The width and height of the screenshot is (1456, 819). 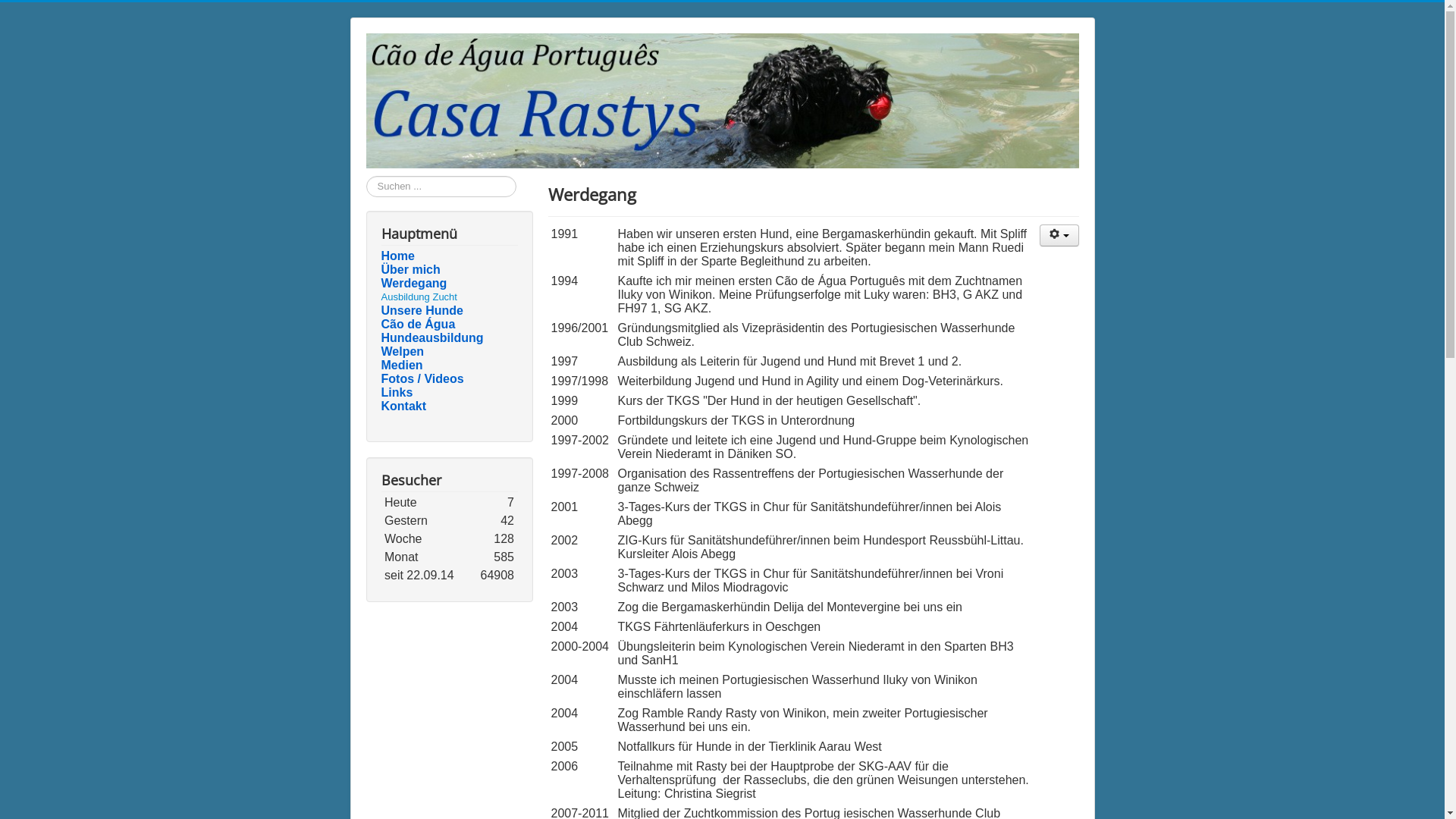 What do you see at coordinates (381, 378) in the screenshot?
I see `'Fotos / Videos'` at bounding box center [381, 378].